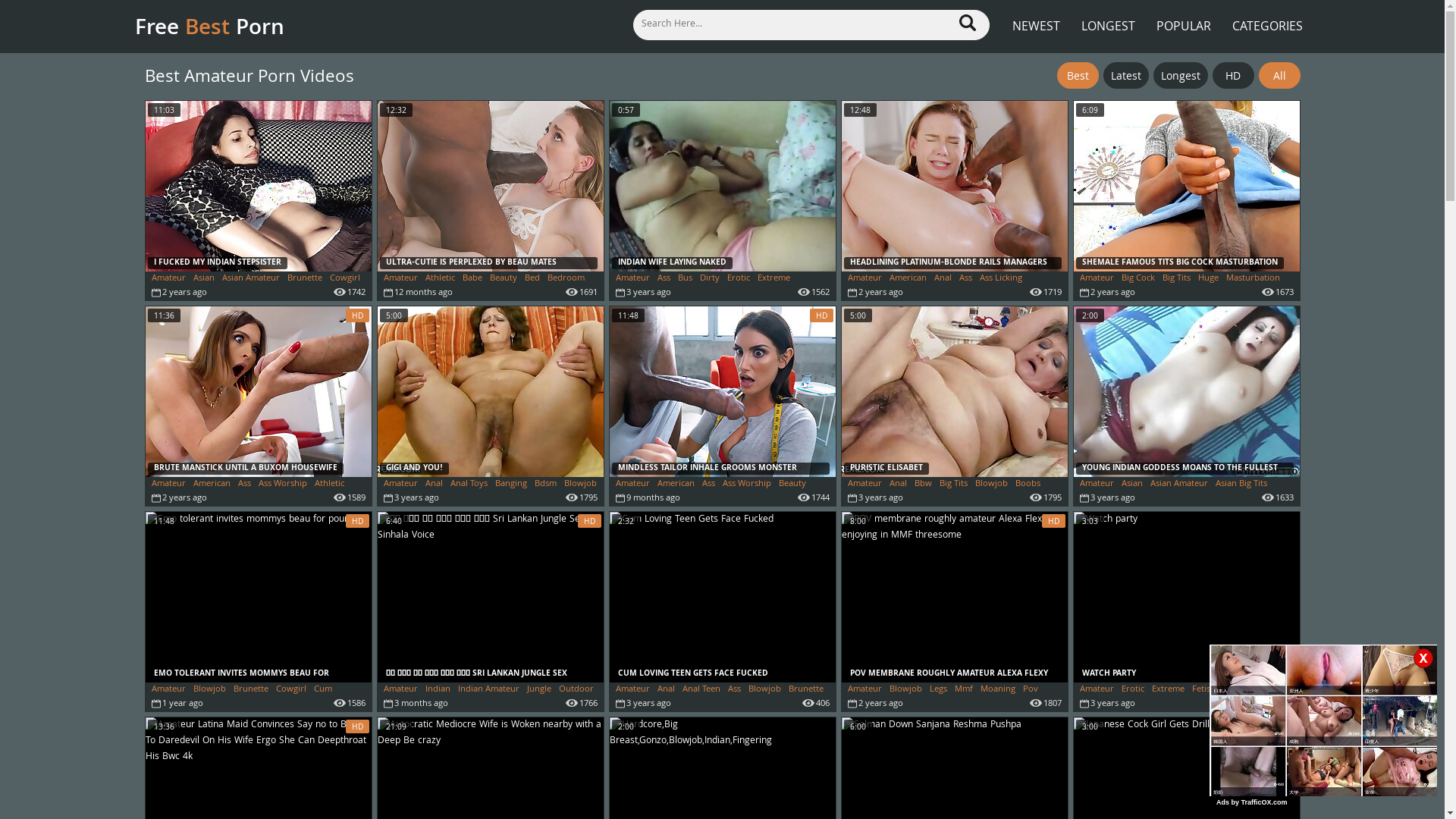  What do you see at coordinates (258, 484) in the screenshot?
I see `'Ass Worship'` at bounding box center [258, 484].